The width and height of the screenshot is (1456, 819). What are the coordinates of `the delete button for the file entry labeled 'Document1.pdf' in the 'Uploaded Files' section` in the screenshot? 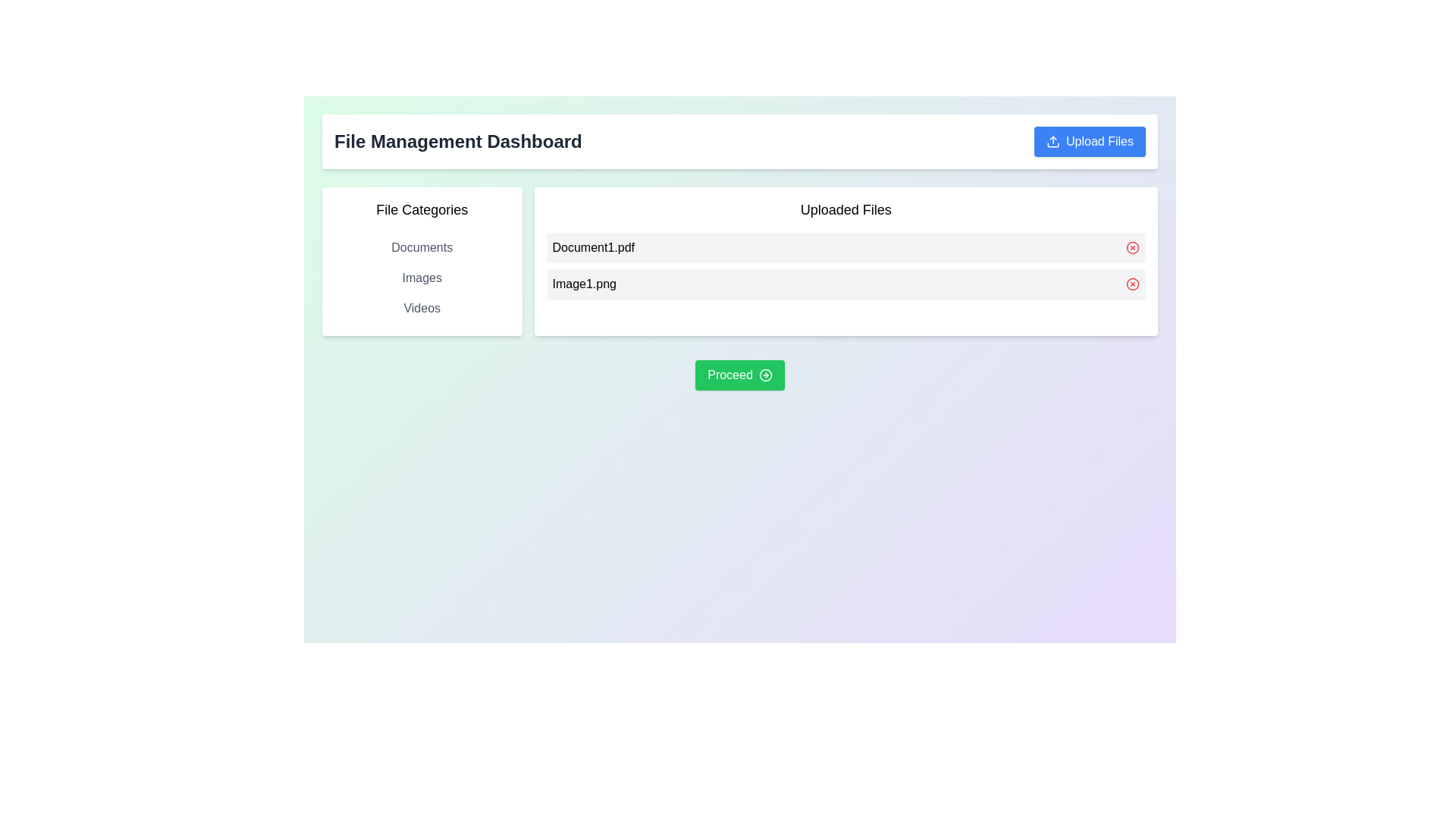 It's located at (1132, 247).